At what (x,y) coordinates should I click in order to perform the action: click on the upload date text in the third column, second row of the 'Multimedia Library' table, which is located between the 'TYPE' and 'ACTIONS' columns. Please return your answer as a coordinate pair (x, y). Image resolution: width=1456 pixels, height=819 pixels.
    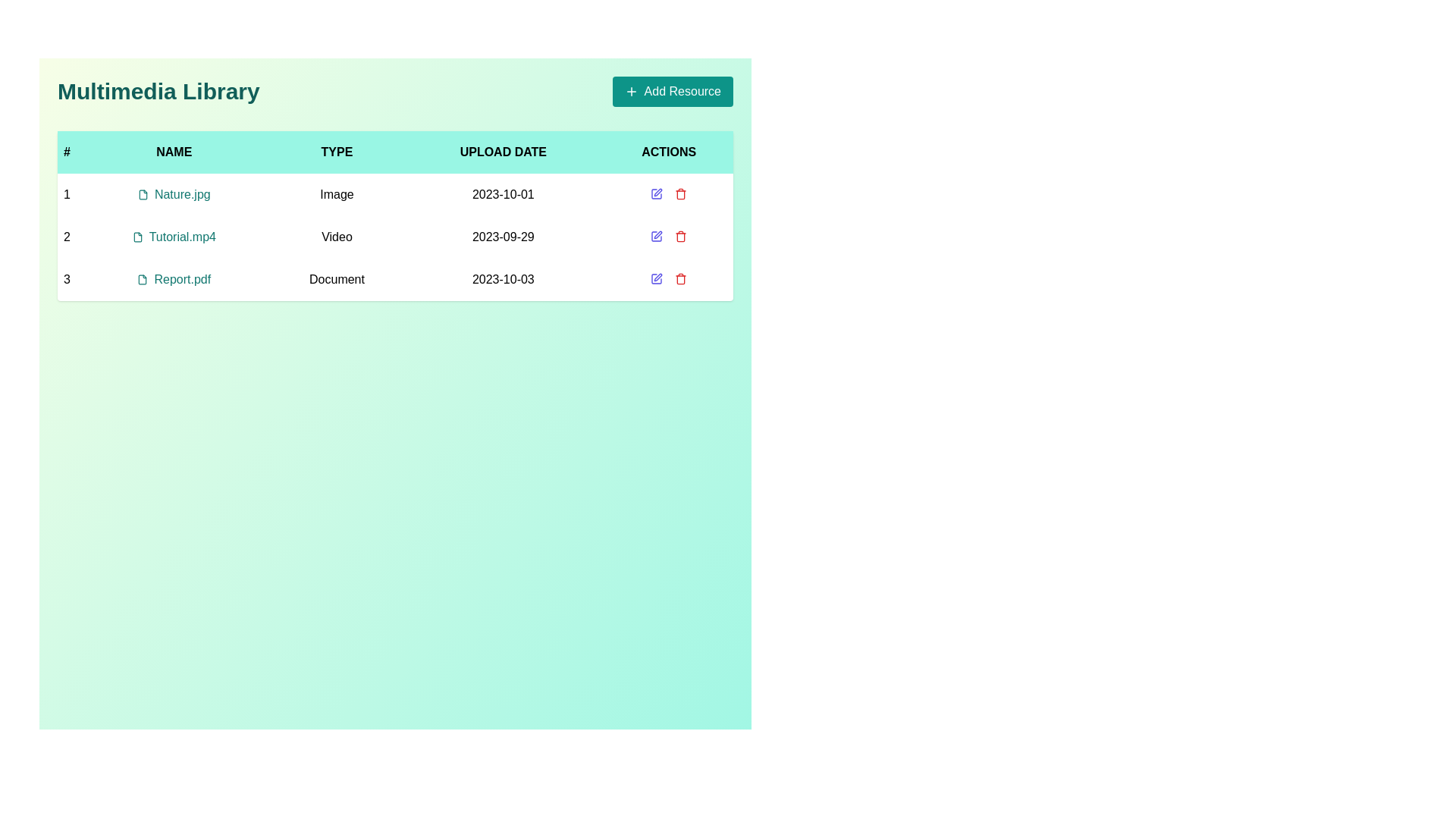
    Looking at the image, I should click on (503, 194).